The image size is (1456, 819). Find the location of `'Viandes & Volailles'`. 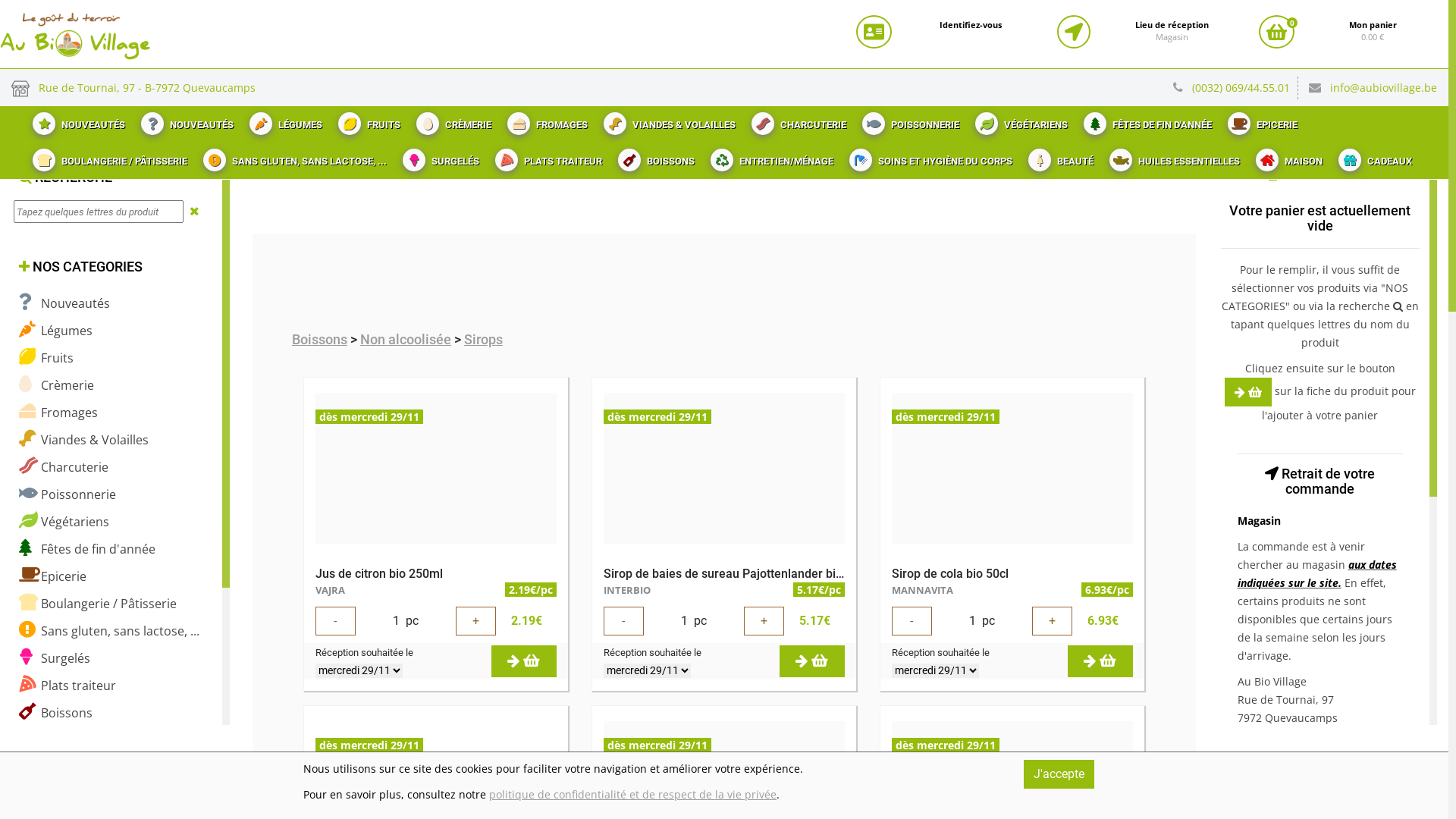

'Viandes & Volailles' is located at coordinates (83, 439).